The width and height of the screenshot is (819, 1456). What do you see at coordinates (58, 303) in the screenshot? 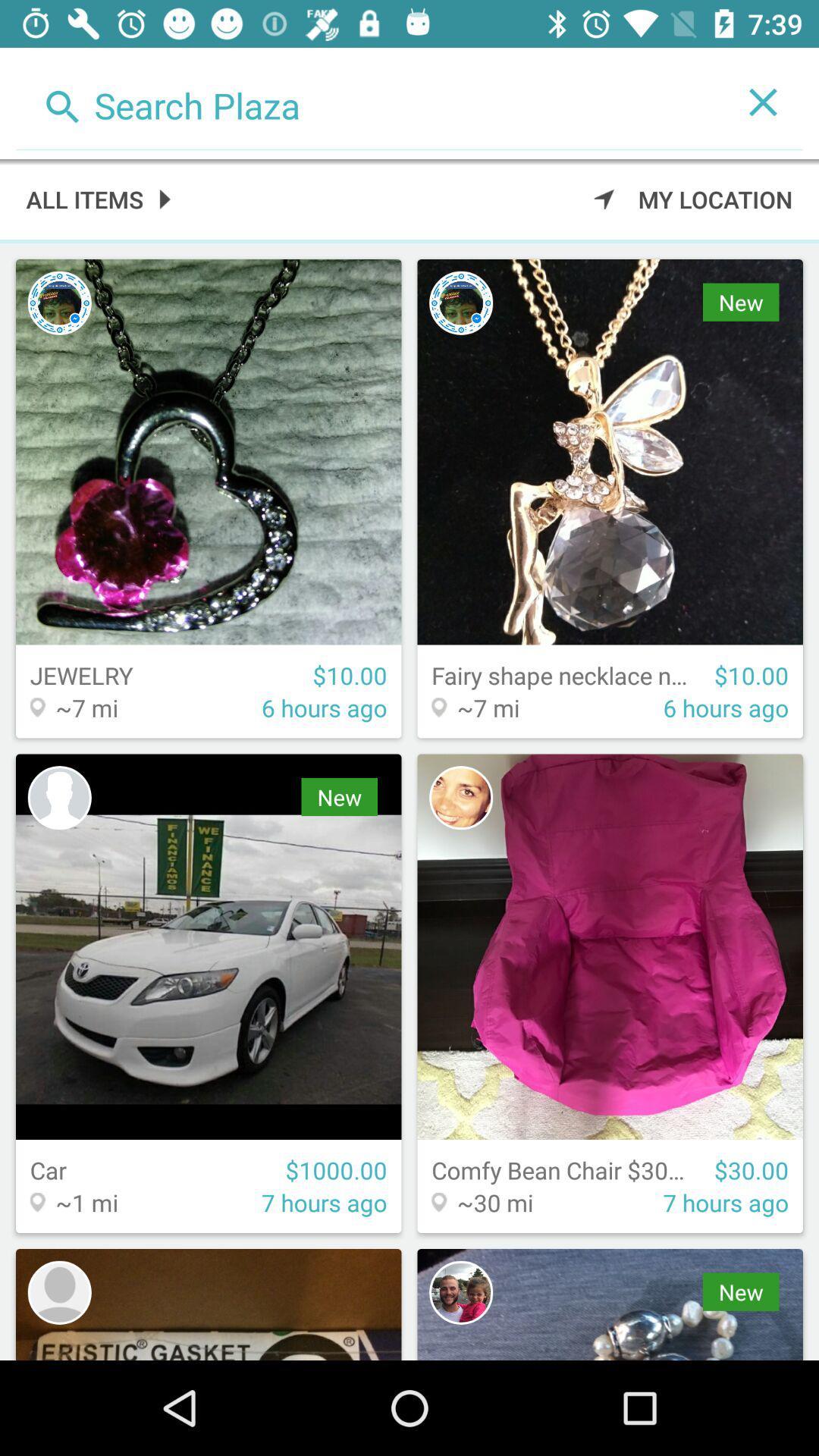
I see `see seller profile` at bounding box center [58, 303].